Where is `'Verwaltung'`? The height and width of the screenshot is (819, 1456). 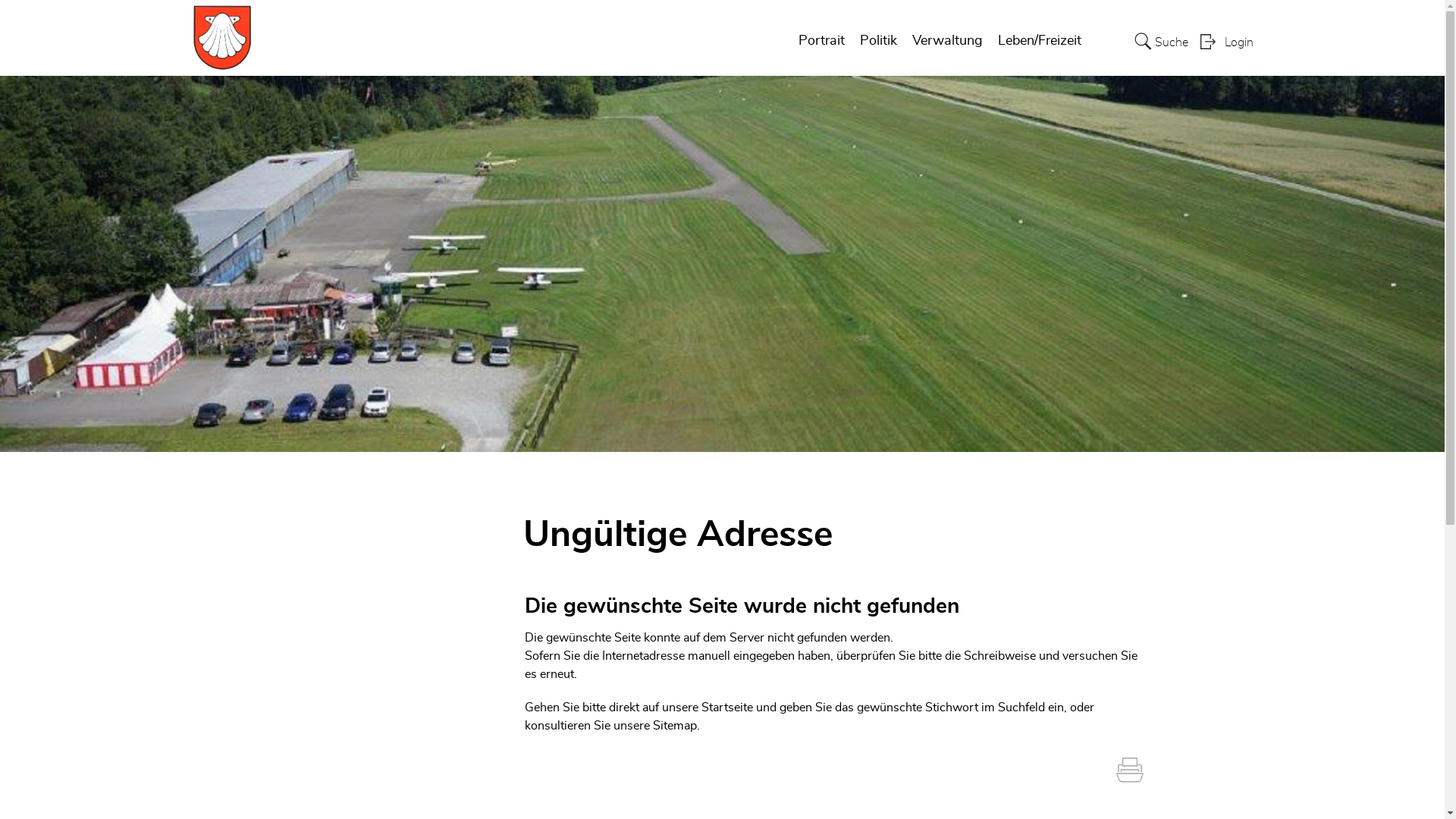
'Verwaltung' is located at coordinates (946, 40).